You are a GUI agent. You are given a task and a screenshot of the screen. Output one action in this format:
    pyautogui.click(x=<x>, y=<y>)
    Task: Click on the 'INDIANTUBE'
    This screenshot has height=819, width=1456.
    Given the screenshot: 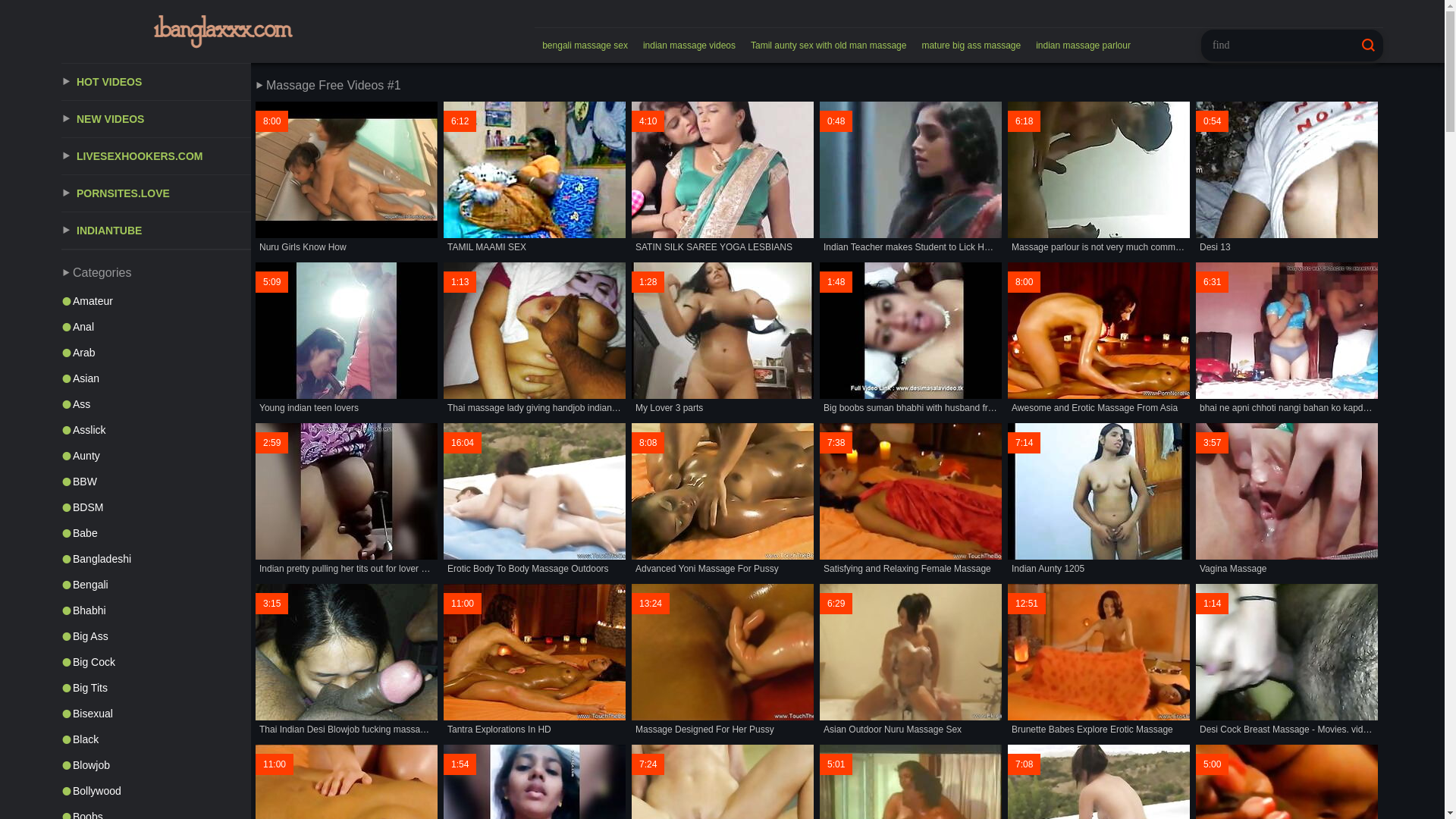 What is the action you would take?
    pyautogui.click(x=61, y=231)
    